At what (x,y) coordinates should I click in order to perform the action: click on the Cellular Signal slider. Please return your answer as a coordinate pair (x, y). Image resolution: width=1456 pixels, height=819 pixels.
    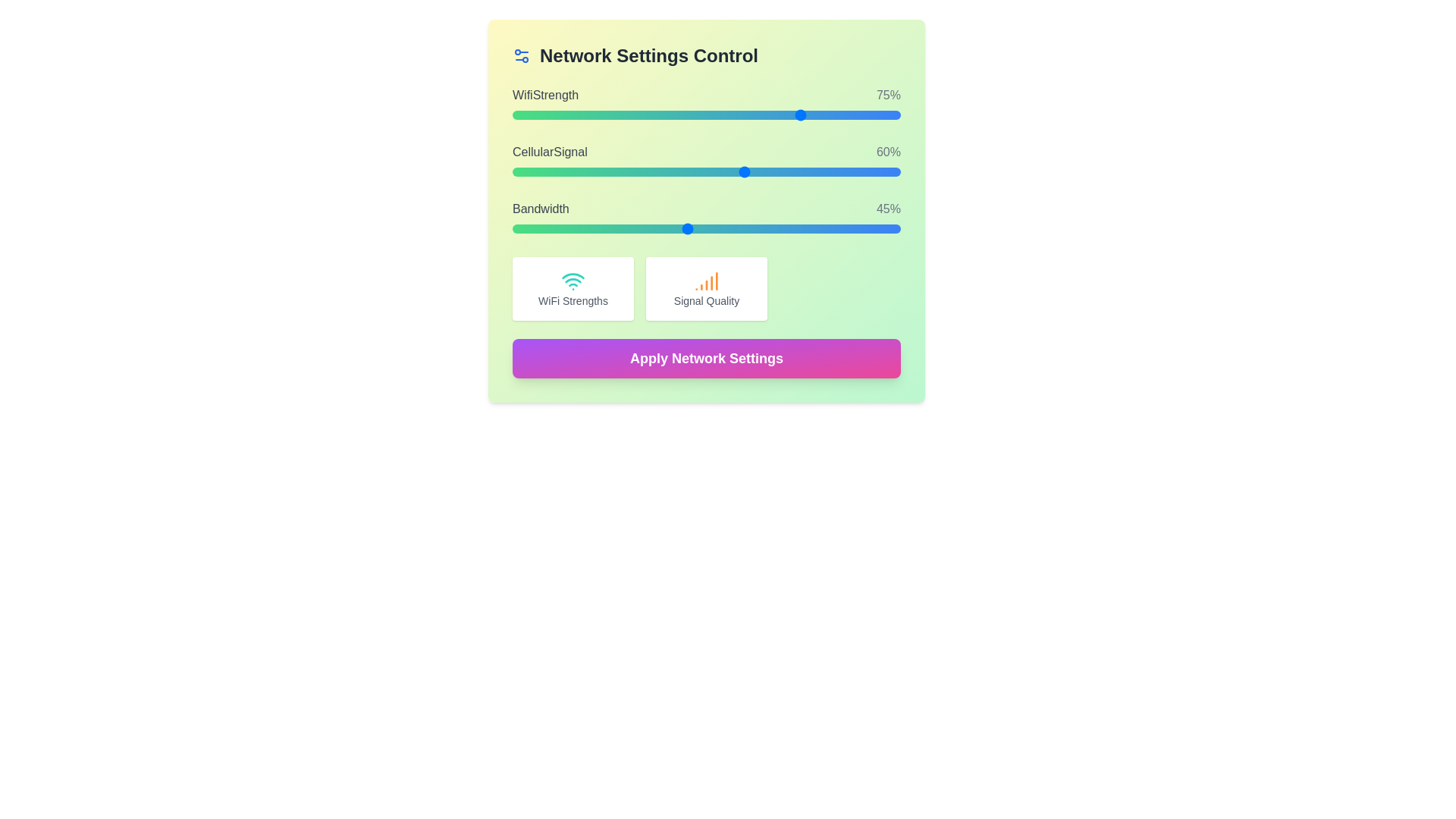
    Looking at the image, I should click on (539, 171).